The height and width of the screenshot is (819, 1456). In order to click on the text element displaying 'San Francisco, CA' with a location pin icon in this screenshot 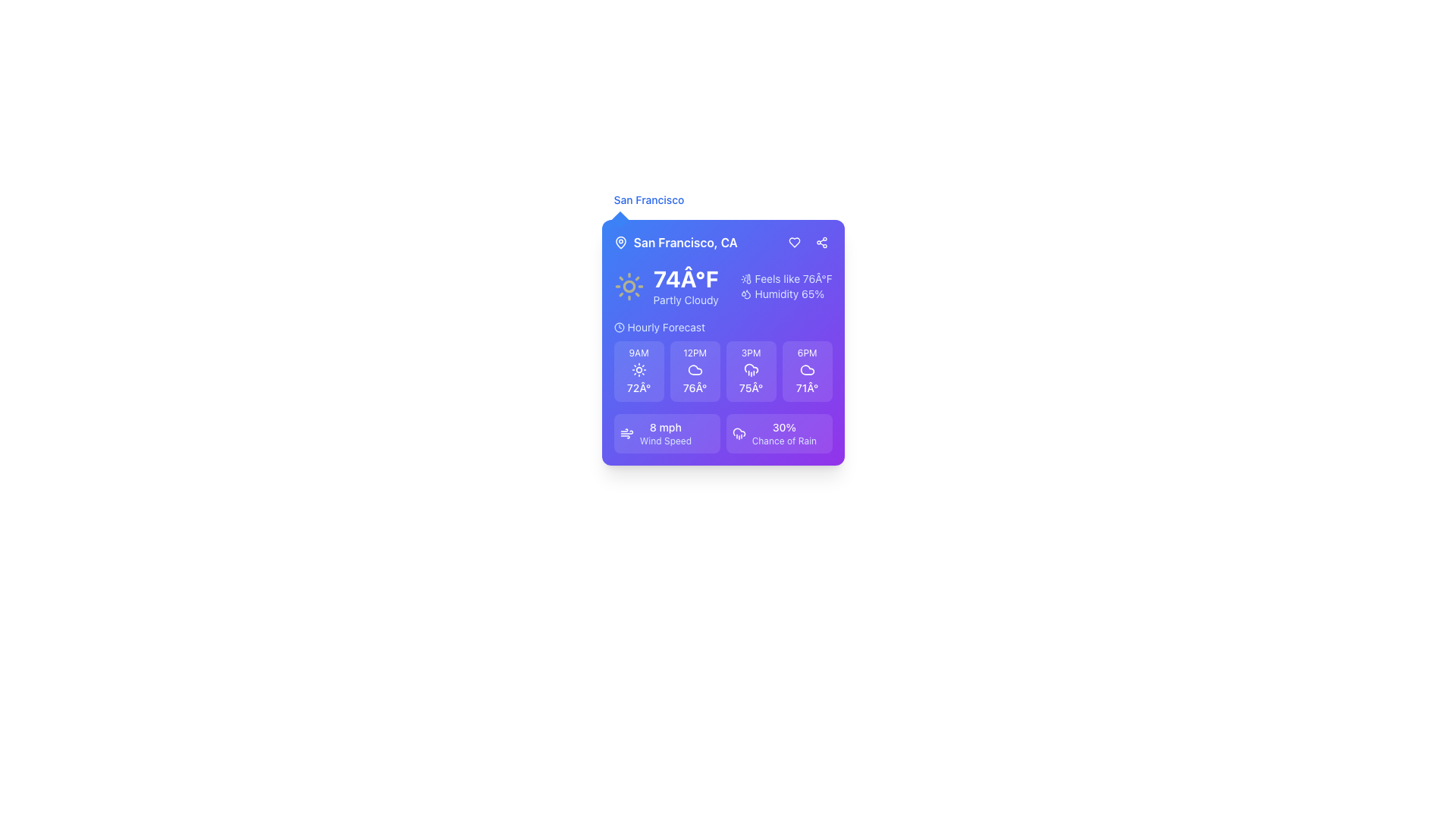, I will do `click(675, 242)`.